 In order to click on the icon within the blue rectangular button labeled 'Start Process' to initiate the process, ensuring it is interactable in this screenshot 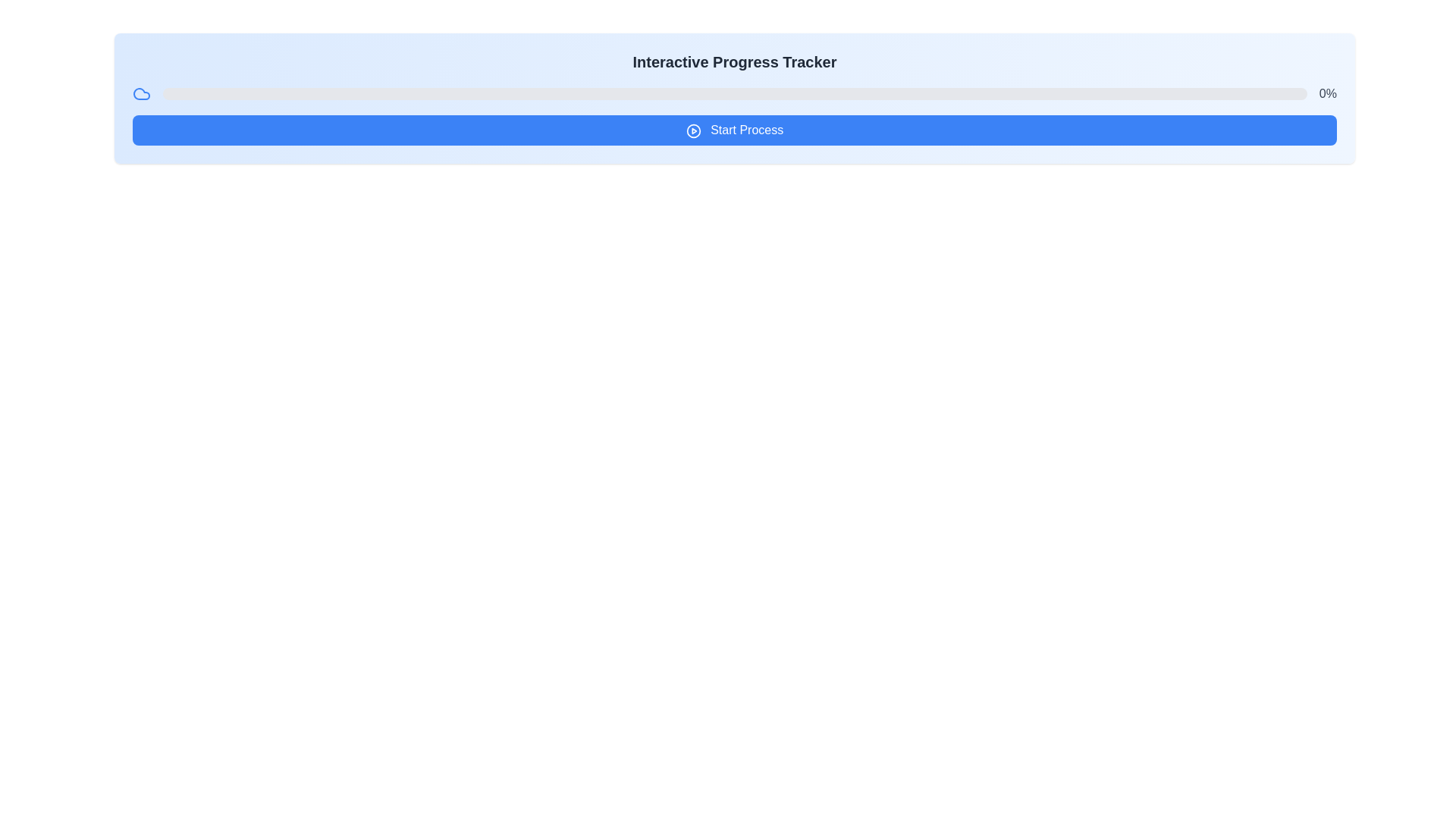, I will do `click(692, 130)`.